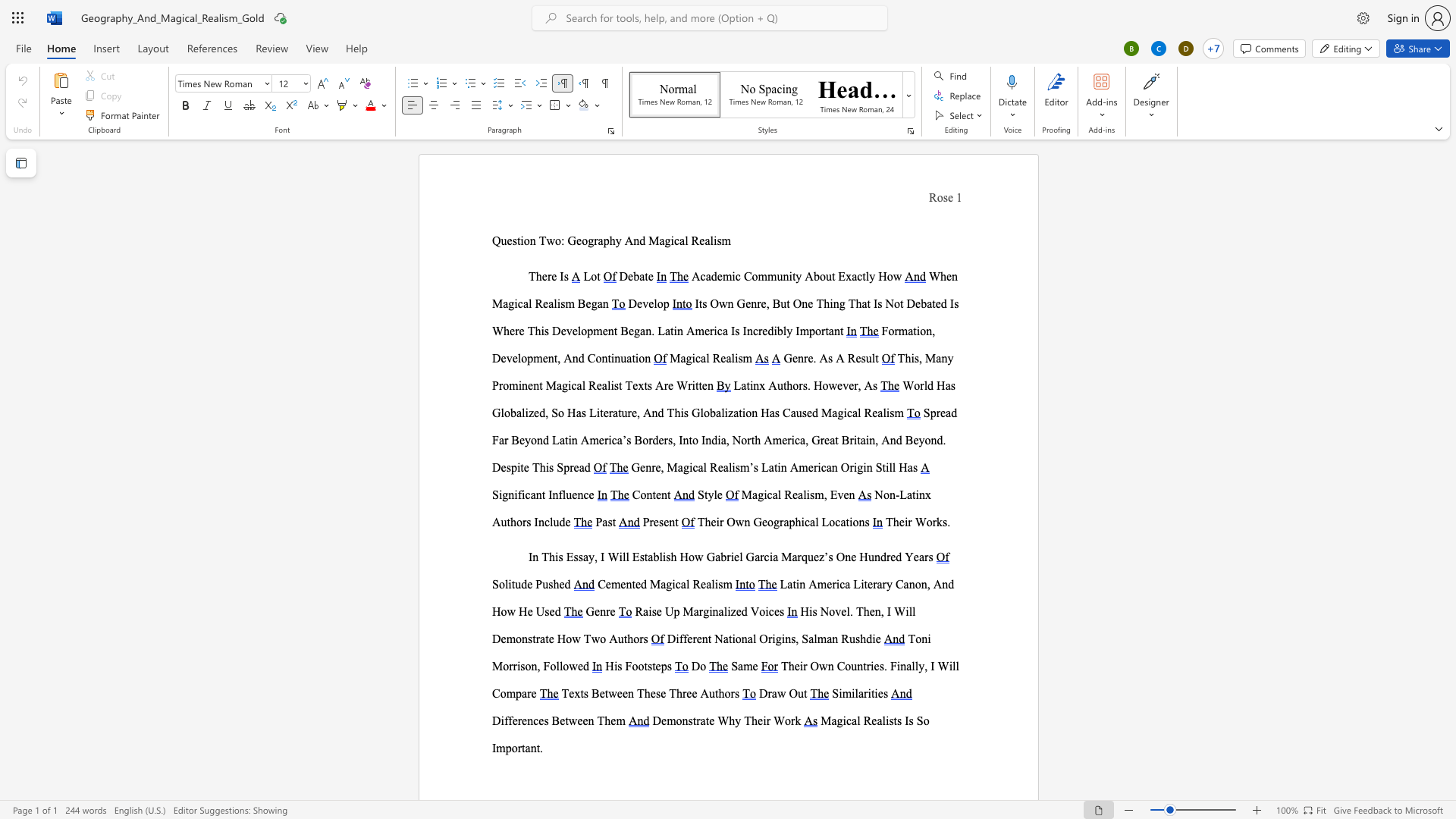 Image resolution: width=1456 pixels, height=819 pixels. What do you see at coordinates (802, 384) in the screenshot?
I see `the space between the continuous character "r" and "s" in the text` at bounding box center [802, 384].